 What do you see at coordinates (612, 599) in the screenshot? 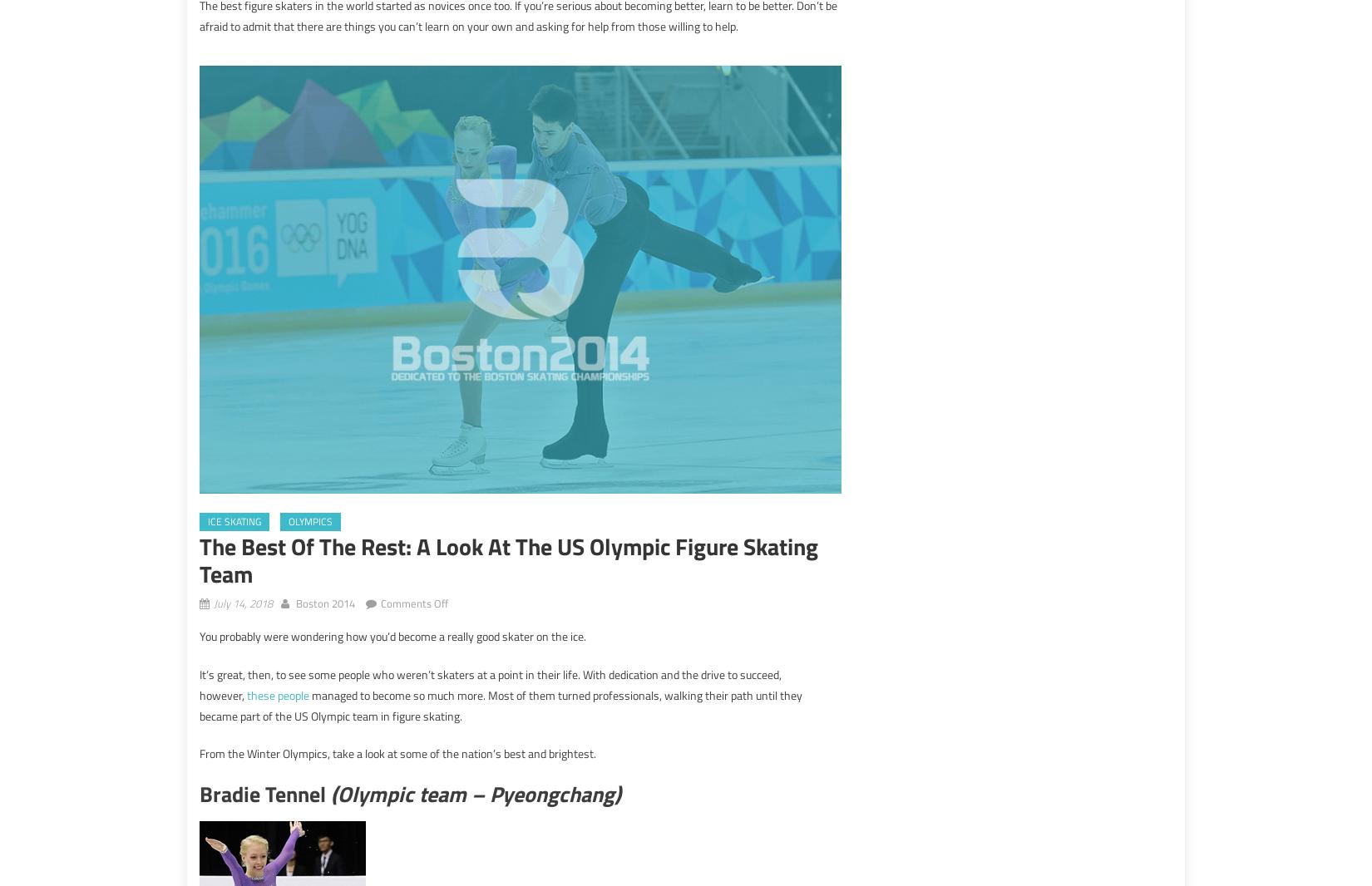
I see `'on The Best of the Rest: A Look at the US Olympic Figure Skating Team'` at bounding box center [612, 599].